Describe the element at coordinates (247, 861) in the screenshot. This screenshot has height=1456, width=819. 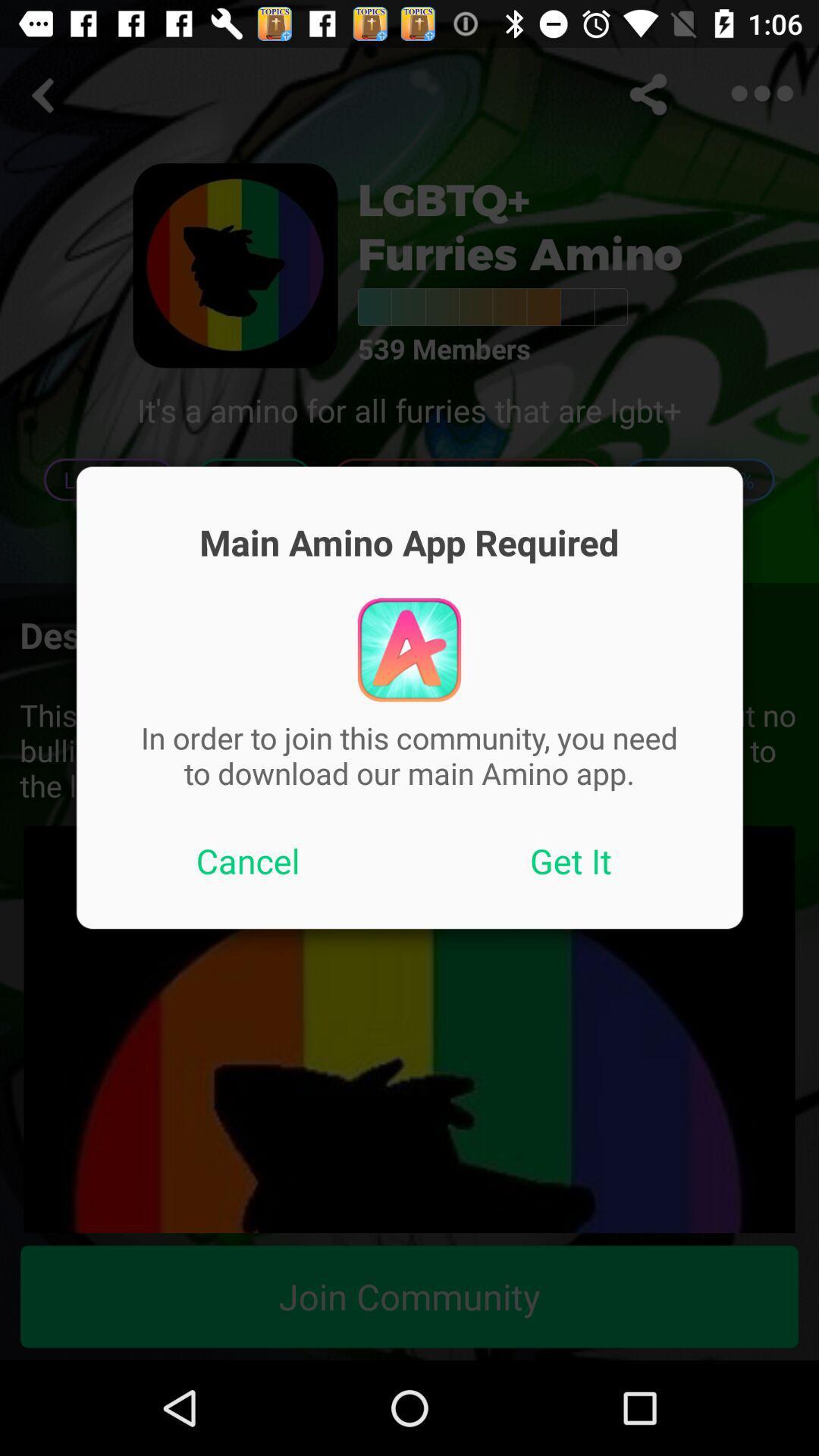
I see `the item on the left` at that location.